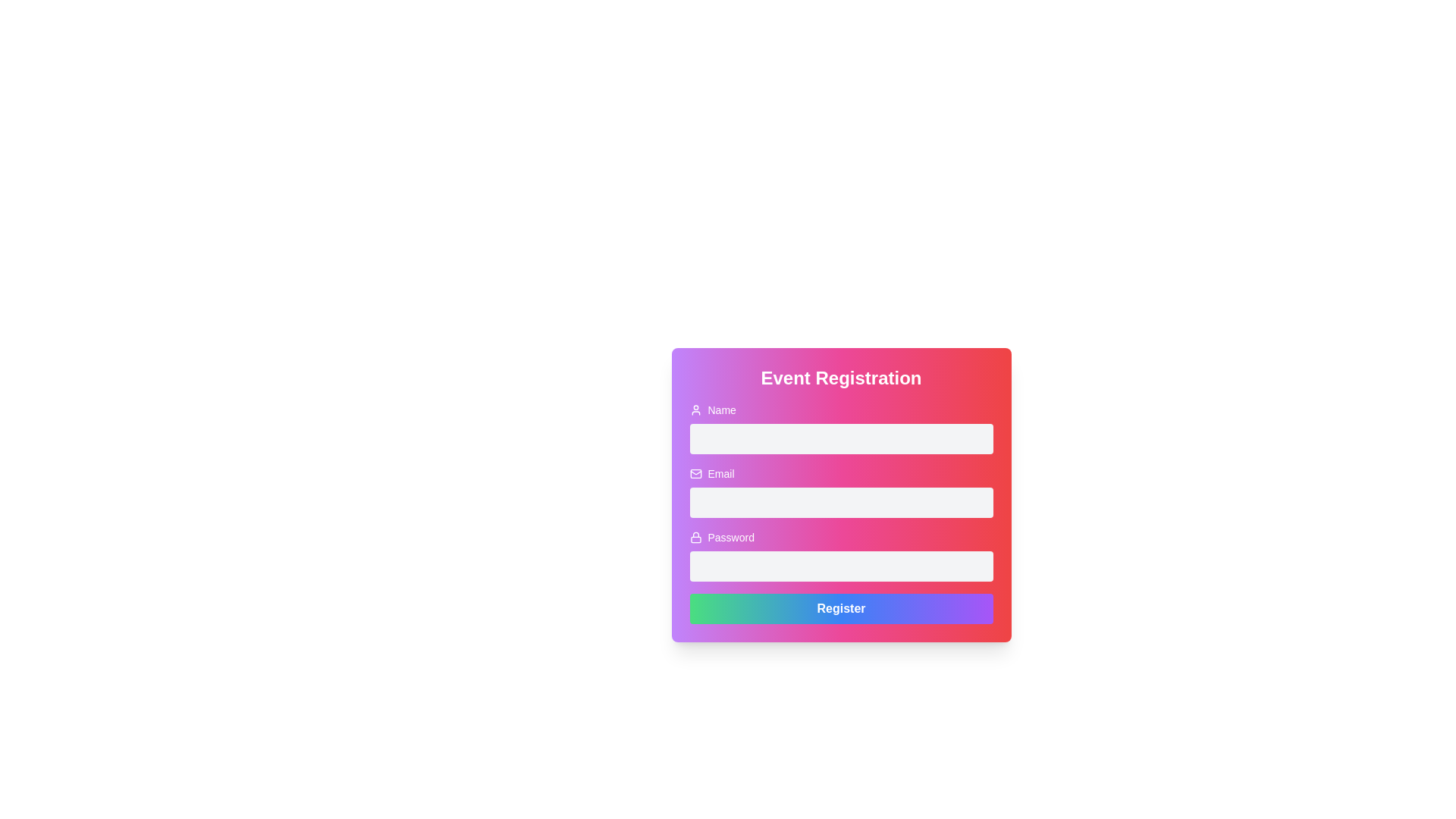  I want to click on the submission button located at the bottom of the form layout to view context options, so click(840, 607).